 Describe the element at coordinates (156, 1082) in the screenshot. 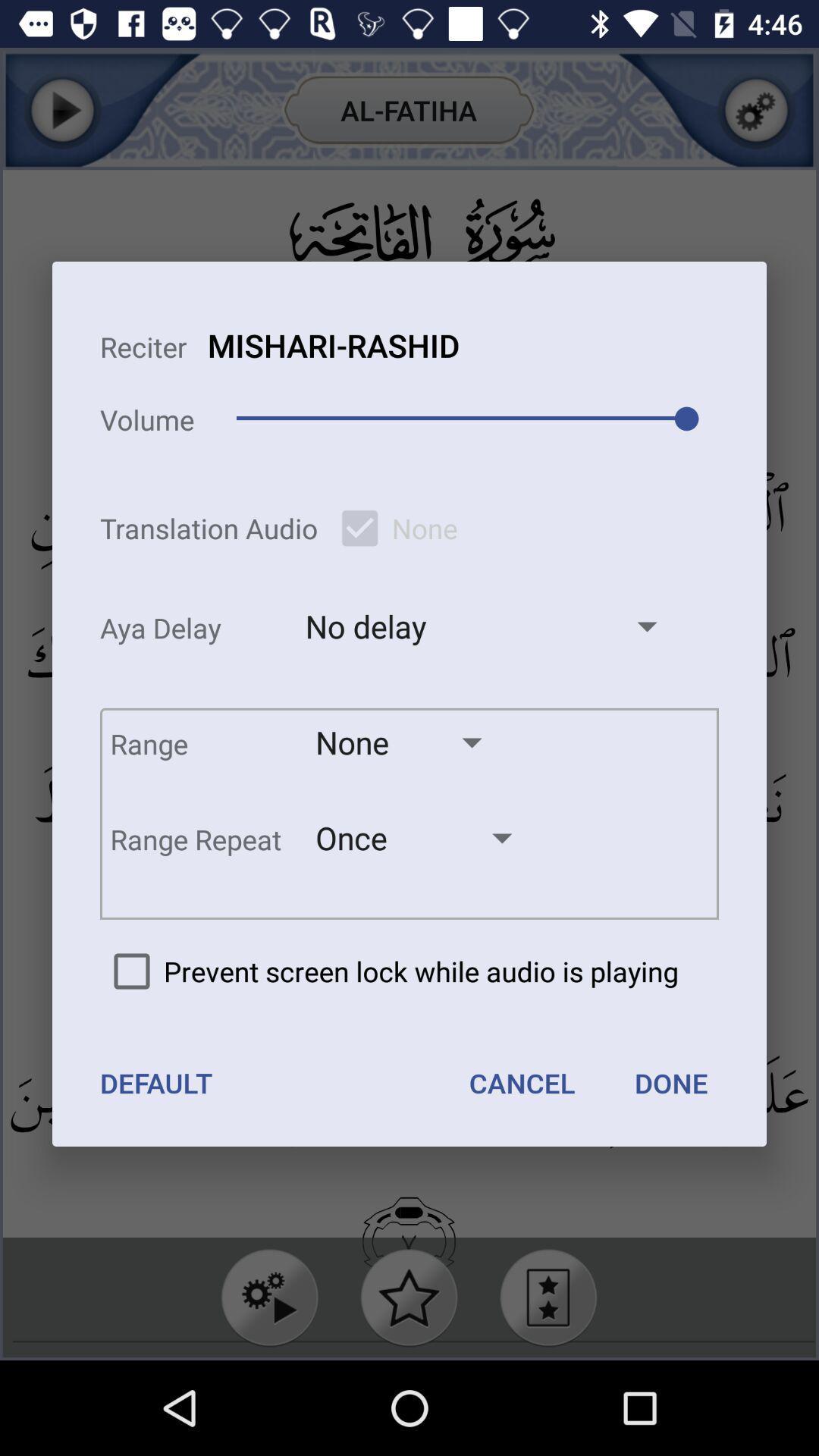

I see `the item at the bottom left corner` at that location.